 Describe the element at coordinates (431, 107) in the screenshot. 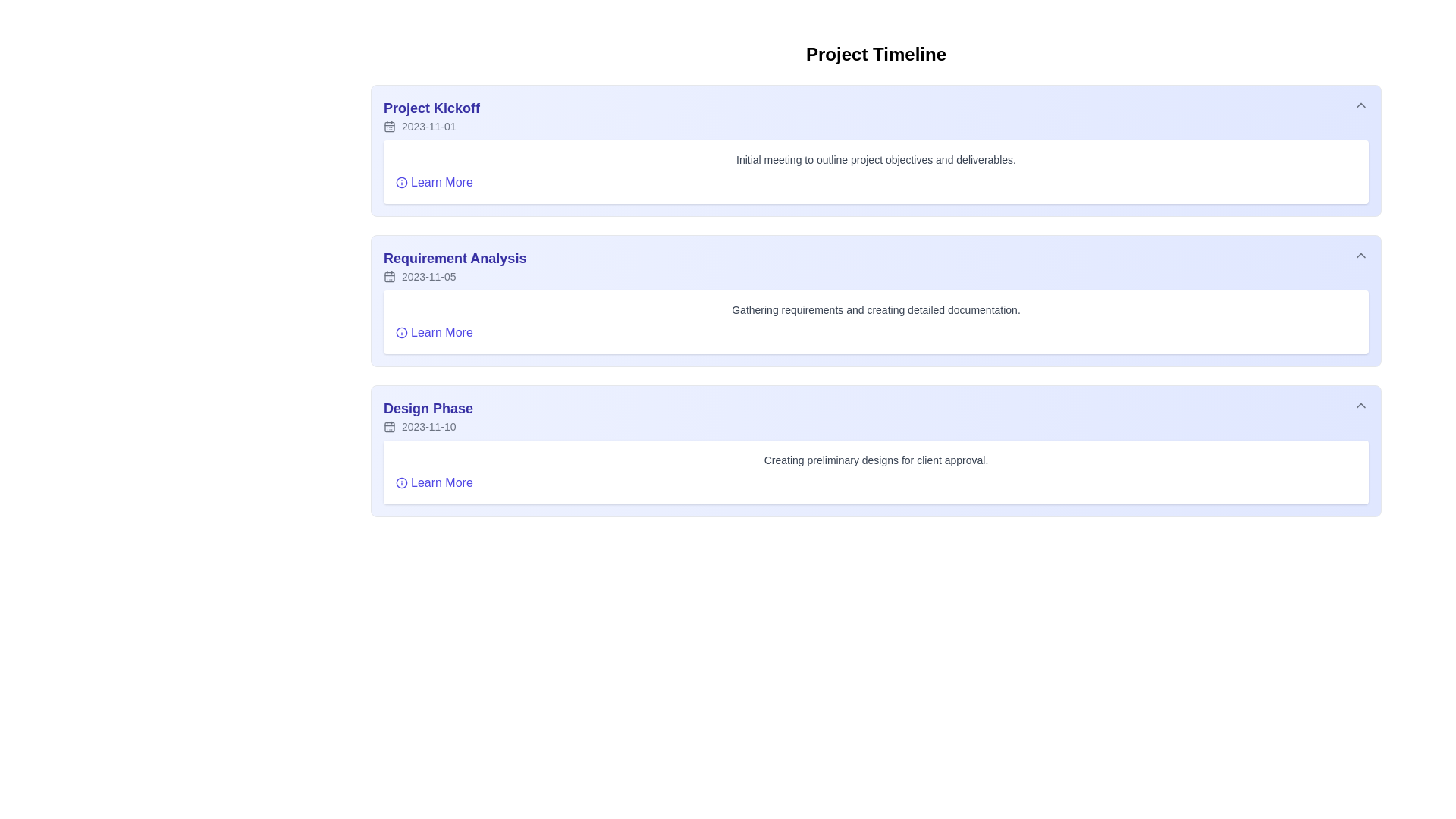

I see `text label displaying 'Project Kickoff', which is a bold indigo header positioned at the top of its card, just above the date '2023-11-01'` at that location.